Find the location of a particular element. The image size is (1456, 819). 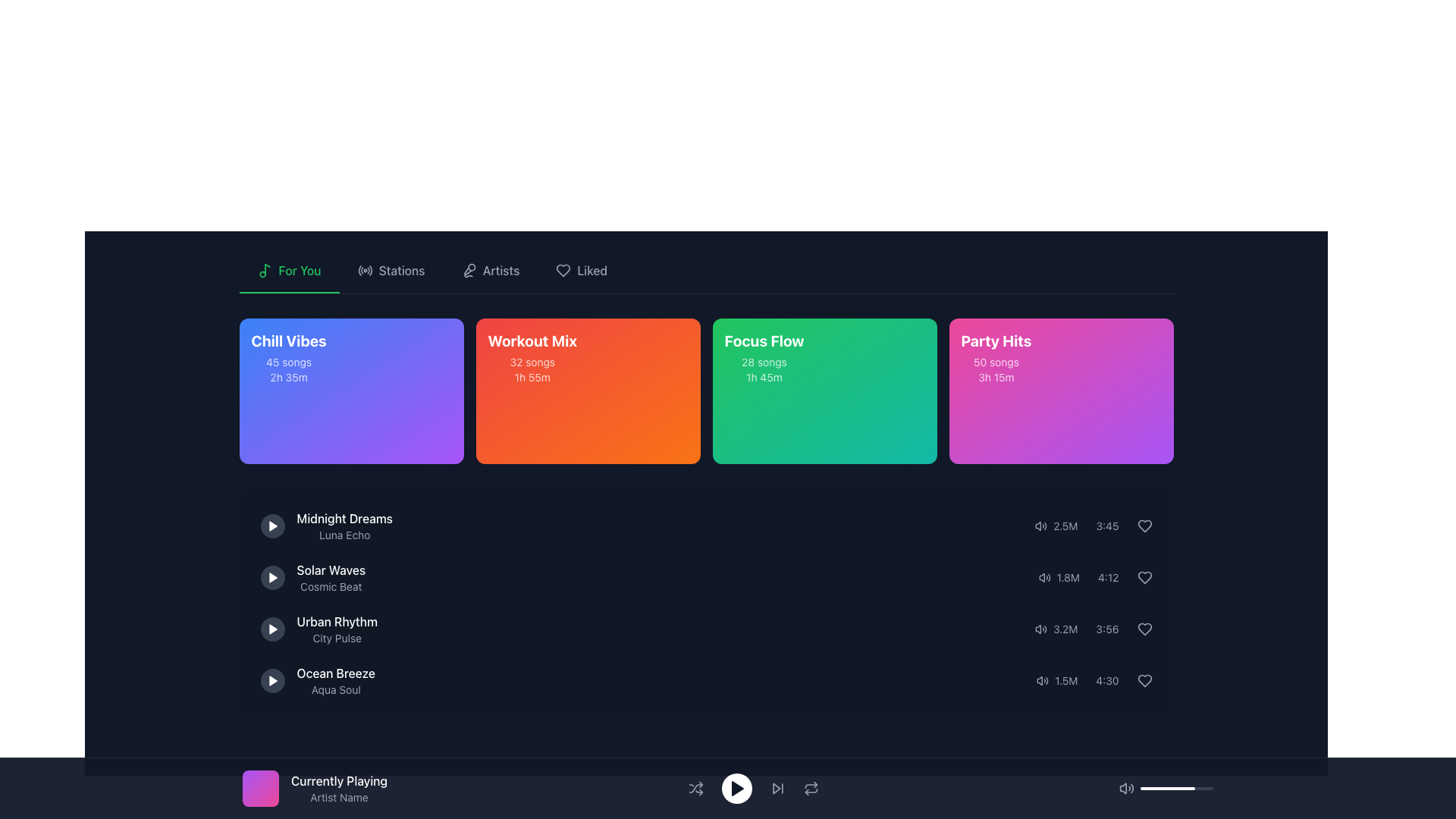

the third arc of the volume icon, which visually represents one of the sound wave indicators is located at coordinates (1132, 788).